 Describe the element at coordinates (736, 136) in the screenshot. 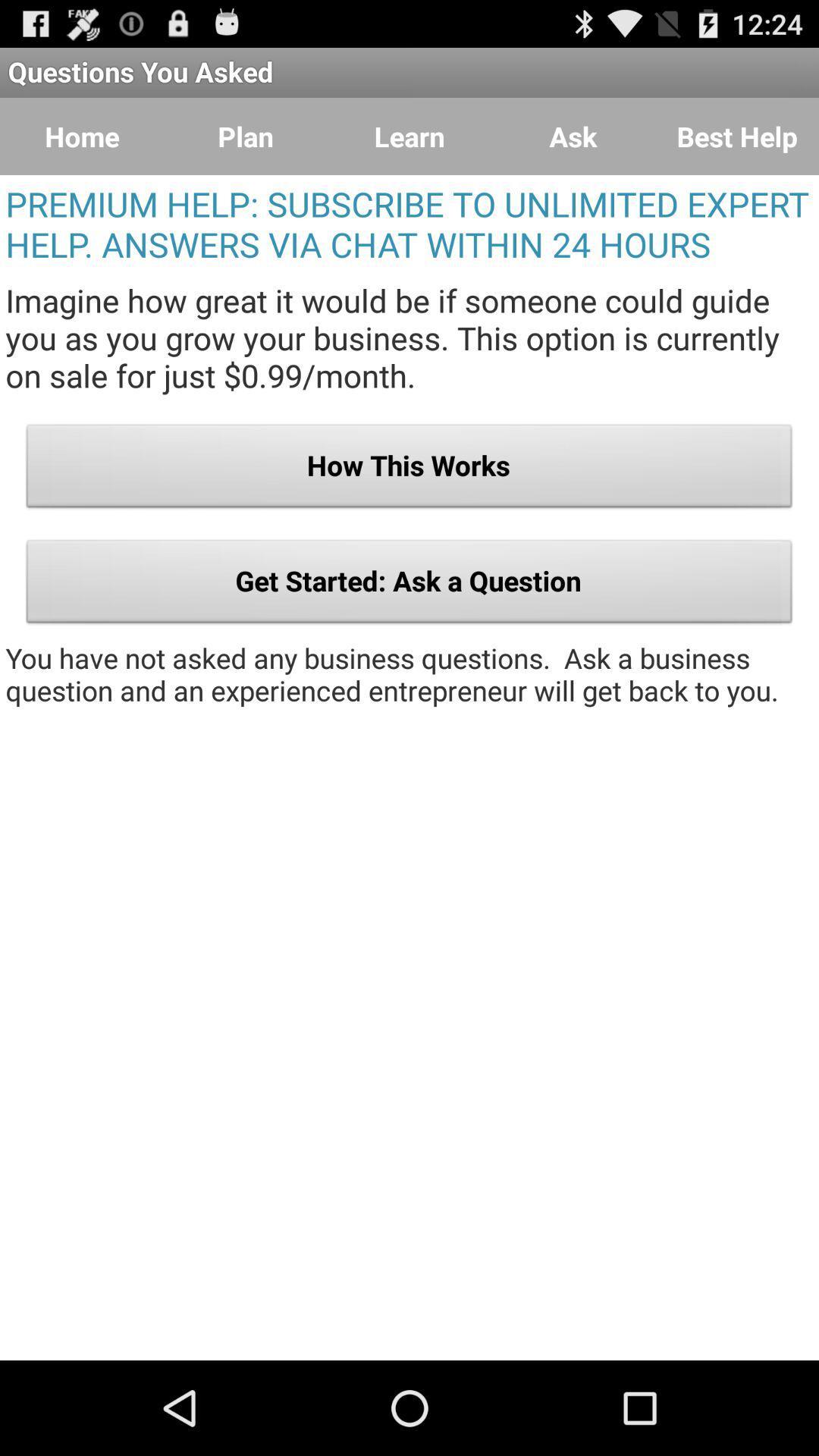

I see `item above the premium help subscribe icon` at that location.